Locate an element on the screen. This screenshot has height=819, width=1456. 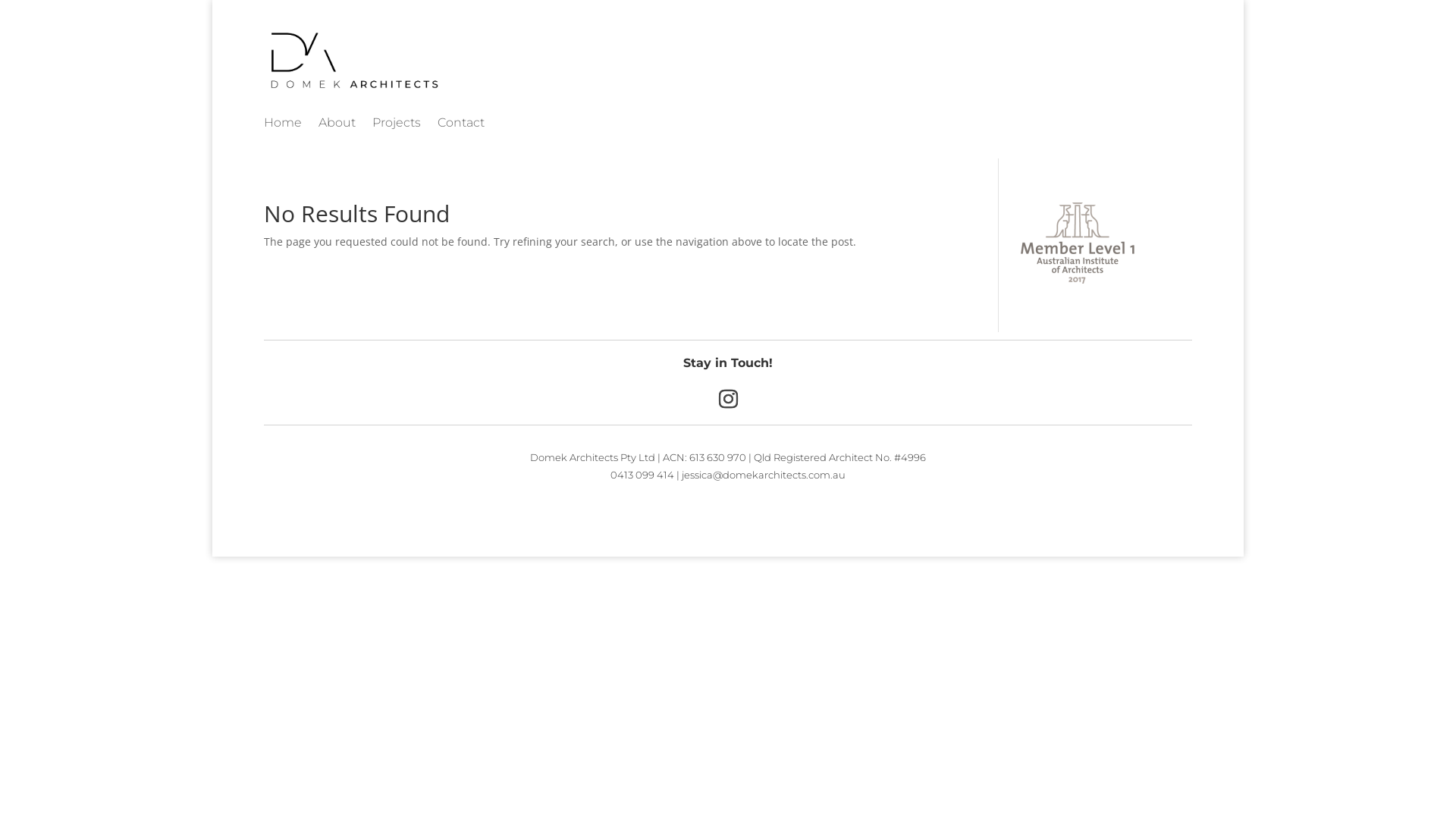
'Home' is located at coordinates (283, 124).